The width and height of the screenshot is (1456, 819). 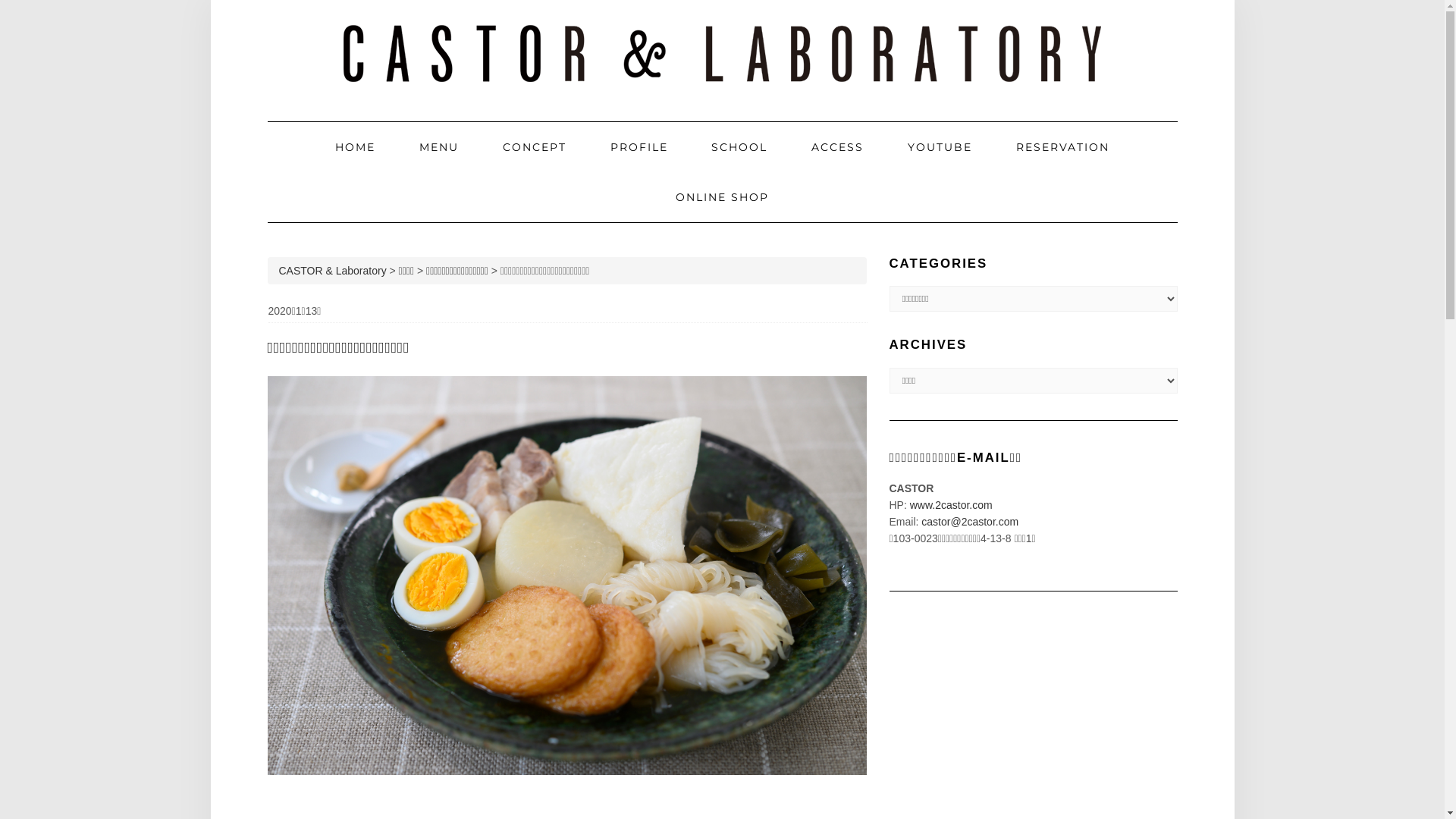 I want to click on 'CONCEPT', so click(x=535, y=146).